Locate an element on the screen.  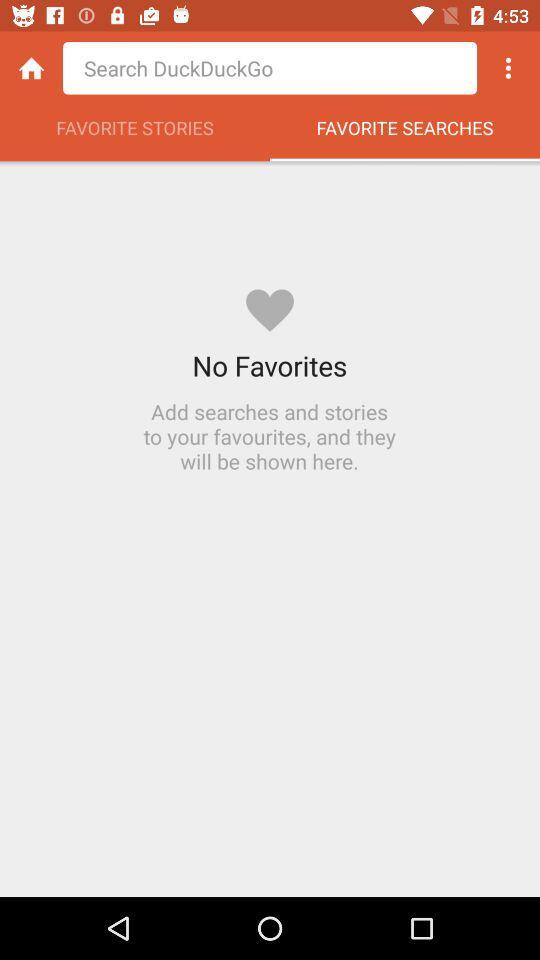
the app above the favorite stories is located at coordinates (270, 68).